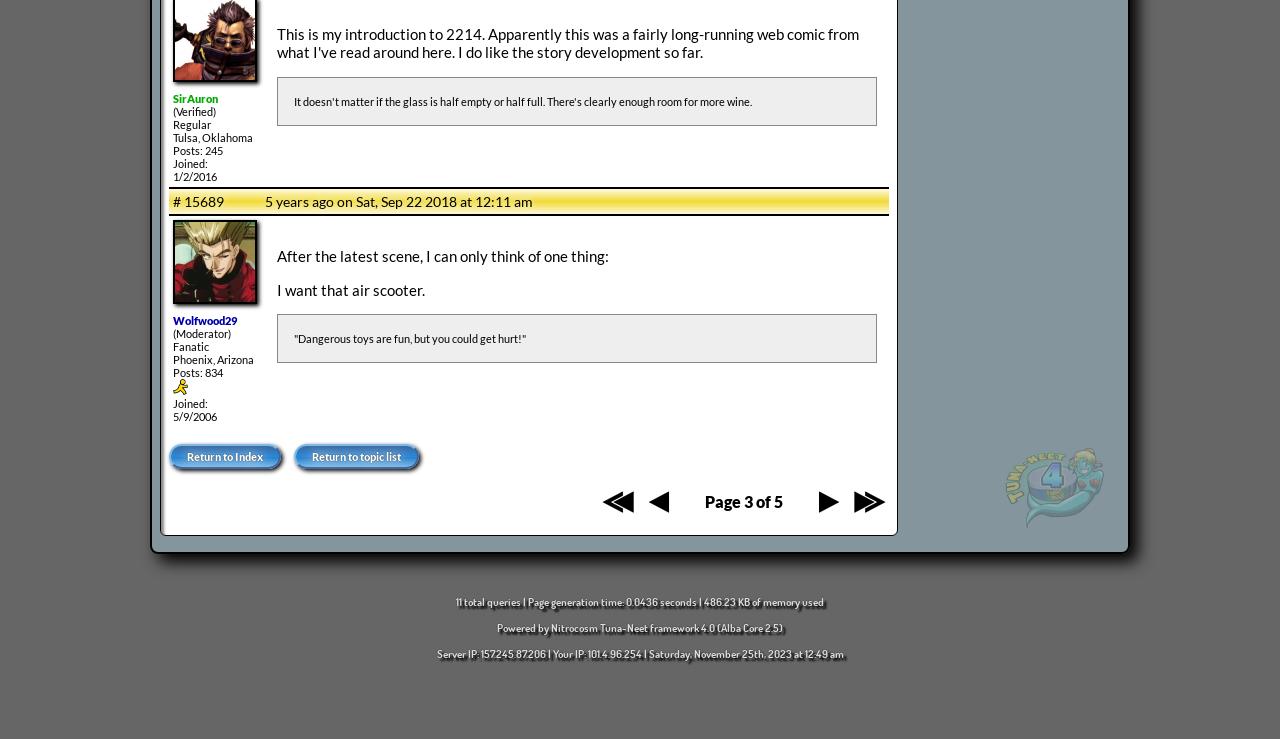 The image size is (1280, 739). What do you see at coordinates (212, 136) in the screenshot?
I see `'Tulsa, Oklahoma'` at bounding box center [212, 136].